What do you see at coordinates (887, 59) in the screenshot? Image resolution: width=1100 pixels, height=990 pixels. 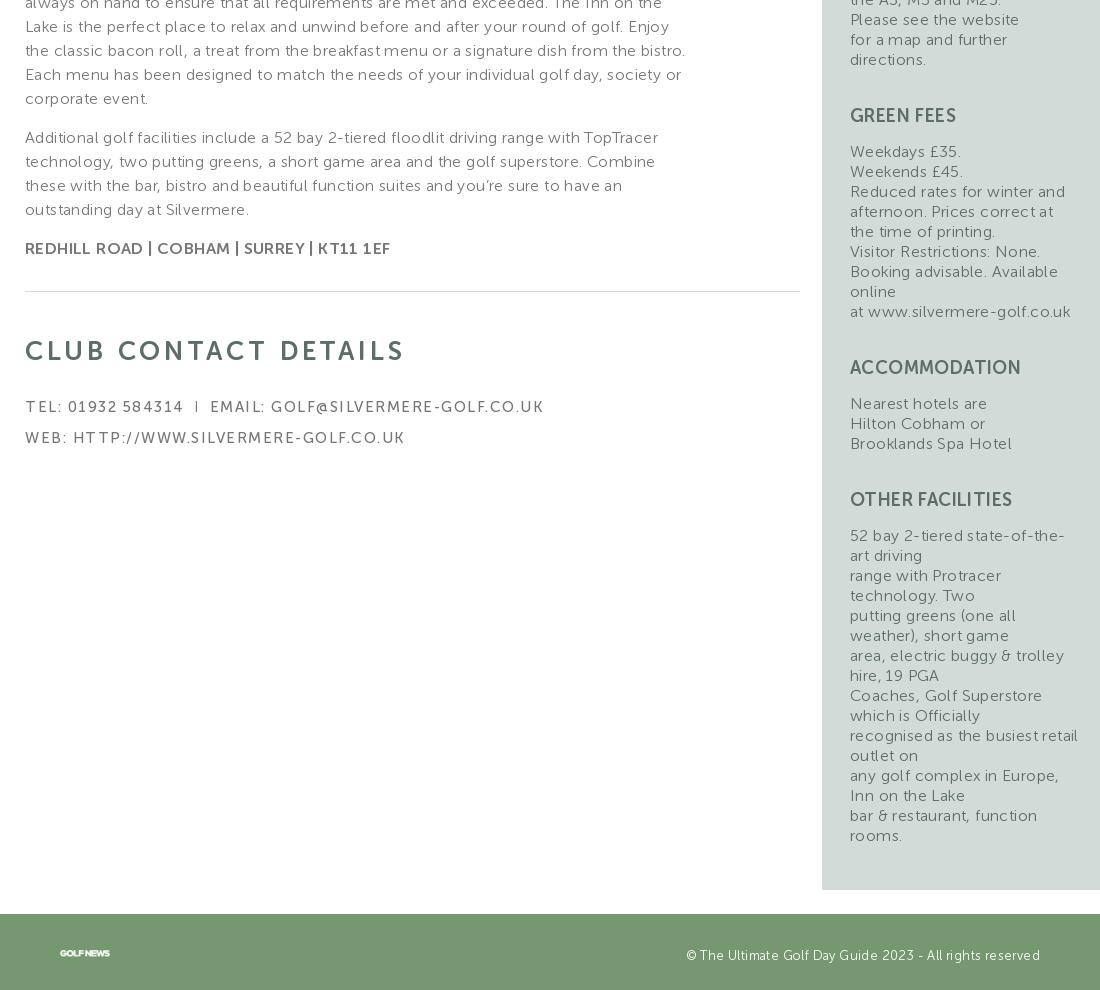 I see `'directions.'` at bounding box center [887, 59].